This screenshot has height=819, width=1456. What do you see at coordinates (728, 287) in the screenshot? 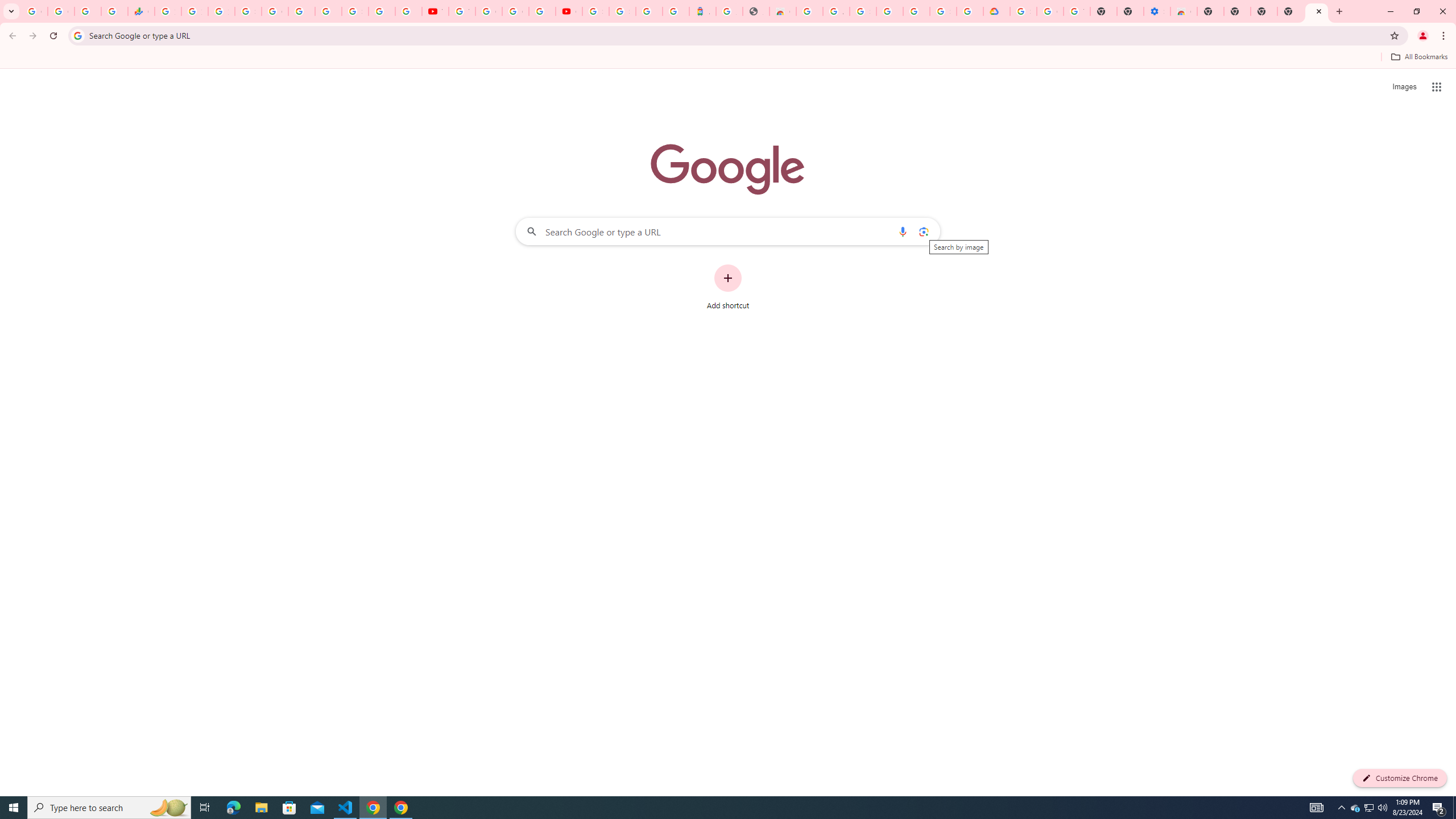
I see `'Add shortcut'` at bounding box center [728, 287].